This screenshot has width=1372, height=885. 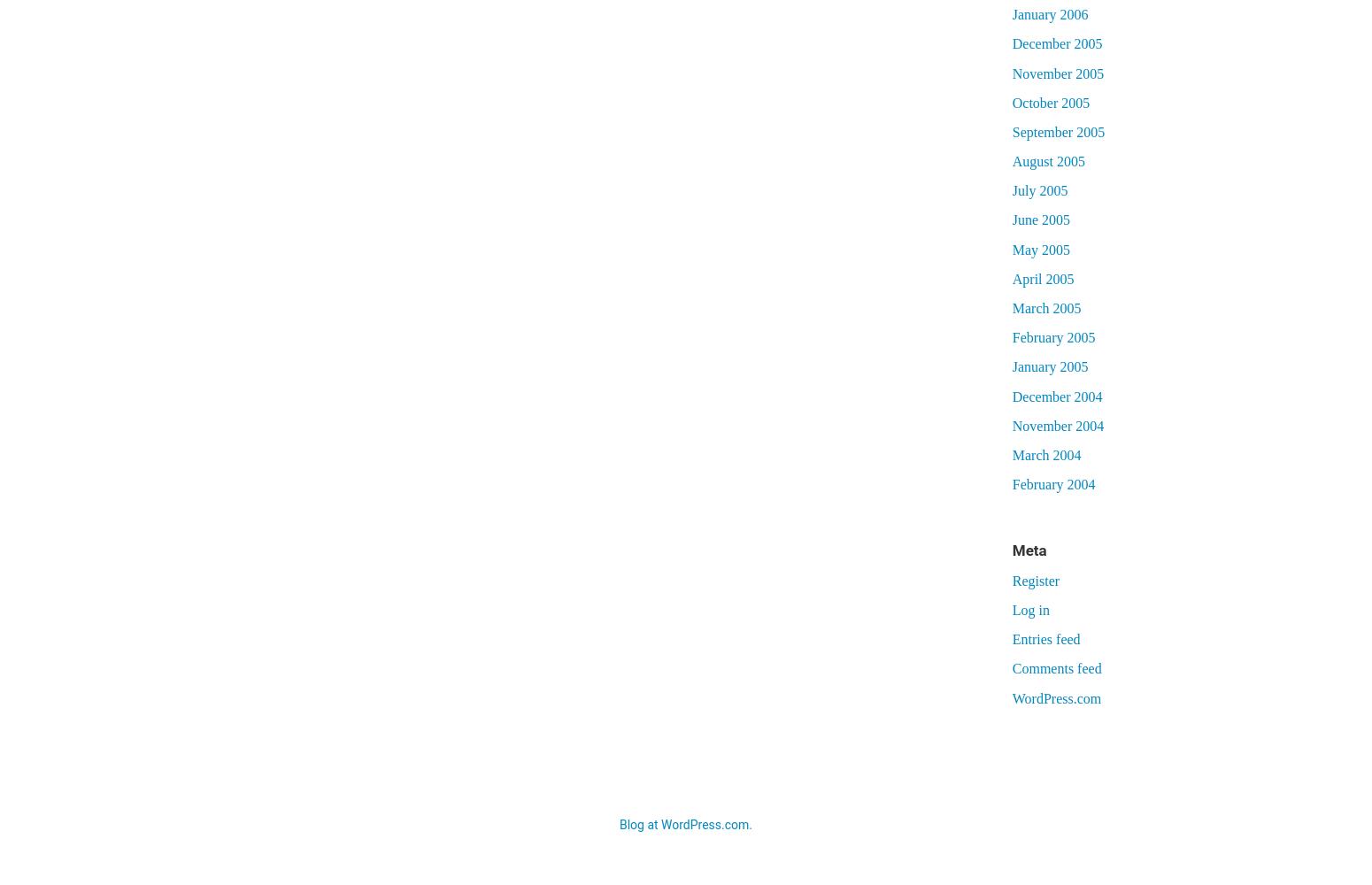 I want to click on 'Comments feed', so click(x=1056, y=668).